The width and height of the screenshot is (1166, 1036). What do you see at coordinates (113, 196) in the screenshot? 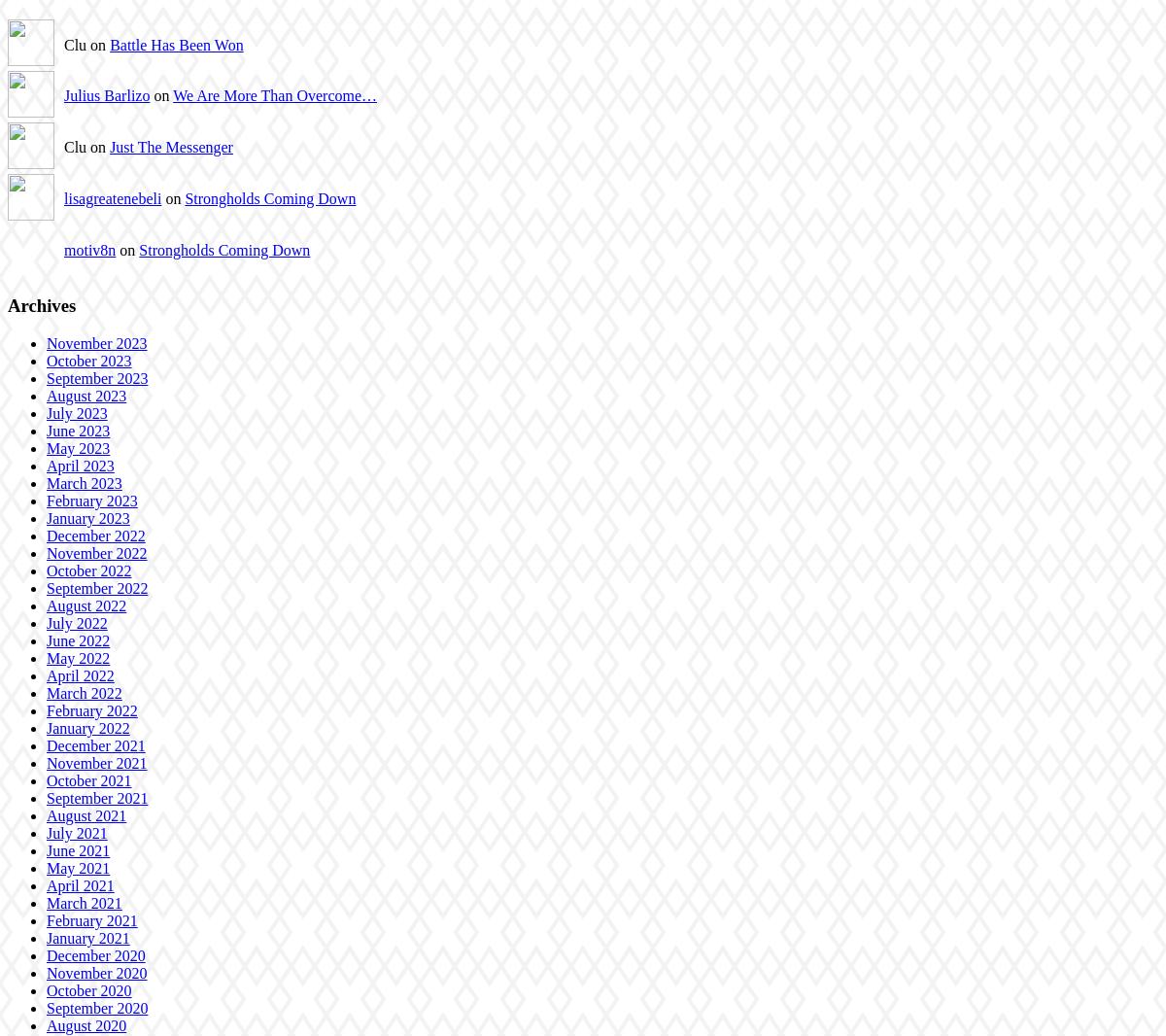
I see `'lisagreatenebeli'` at bounding box center [113, 196].